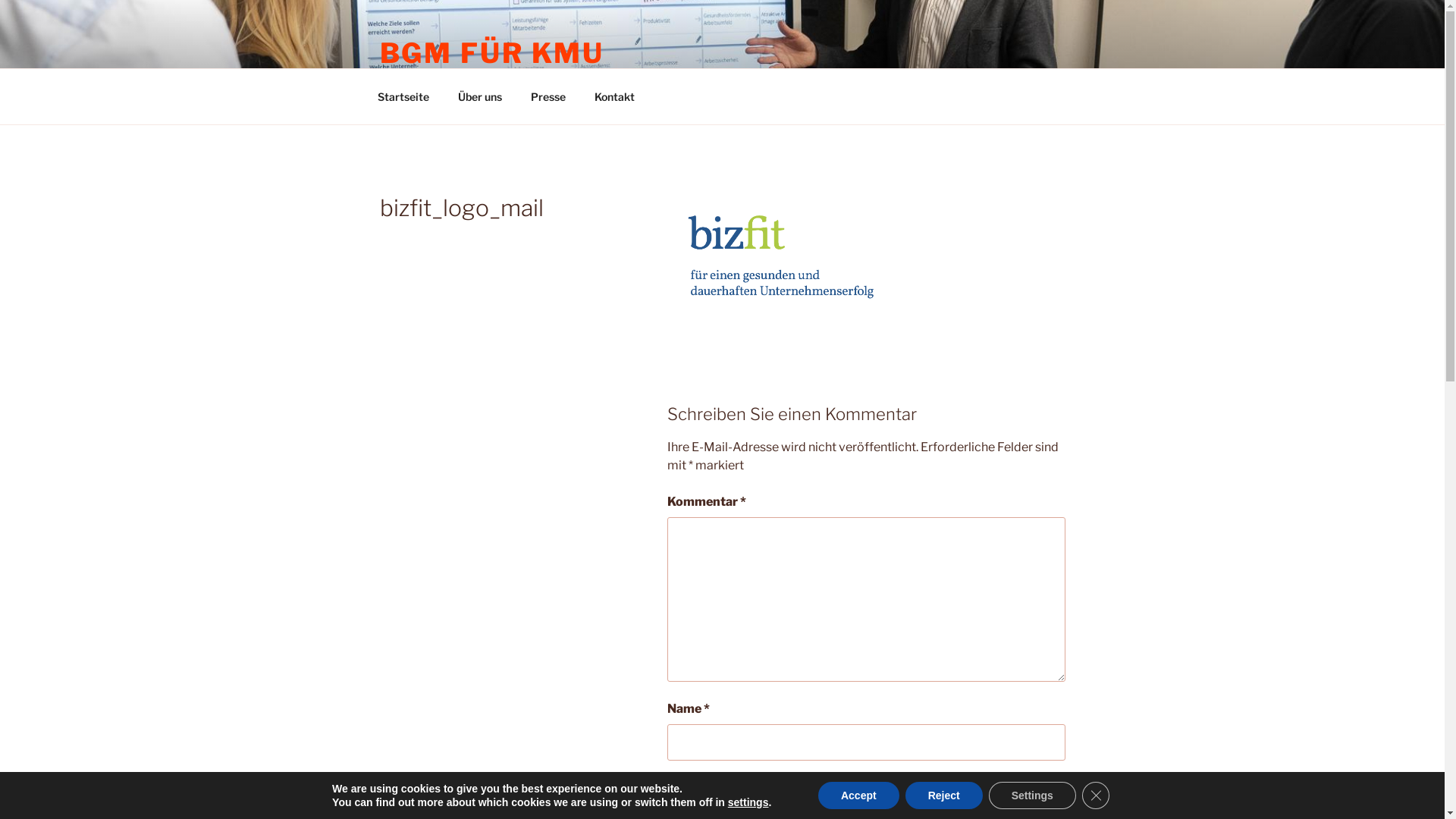 The image size is (1456, 819). What do you see at coordinates (614, 96) in the screenshot?
I see `'Kontakt'` at bounding box center [614, 96].